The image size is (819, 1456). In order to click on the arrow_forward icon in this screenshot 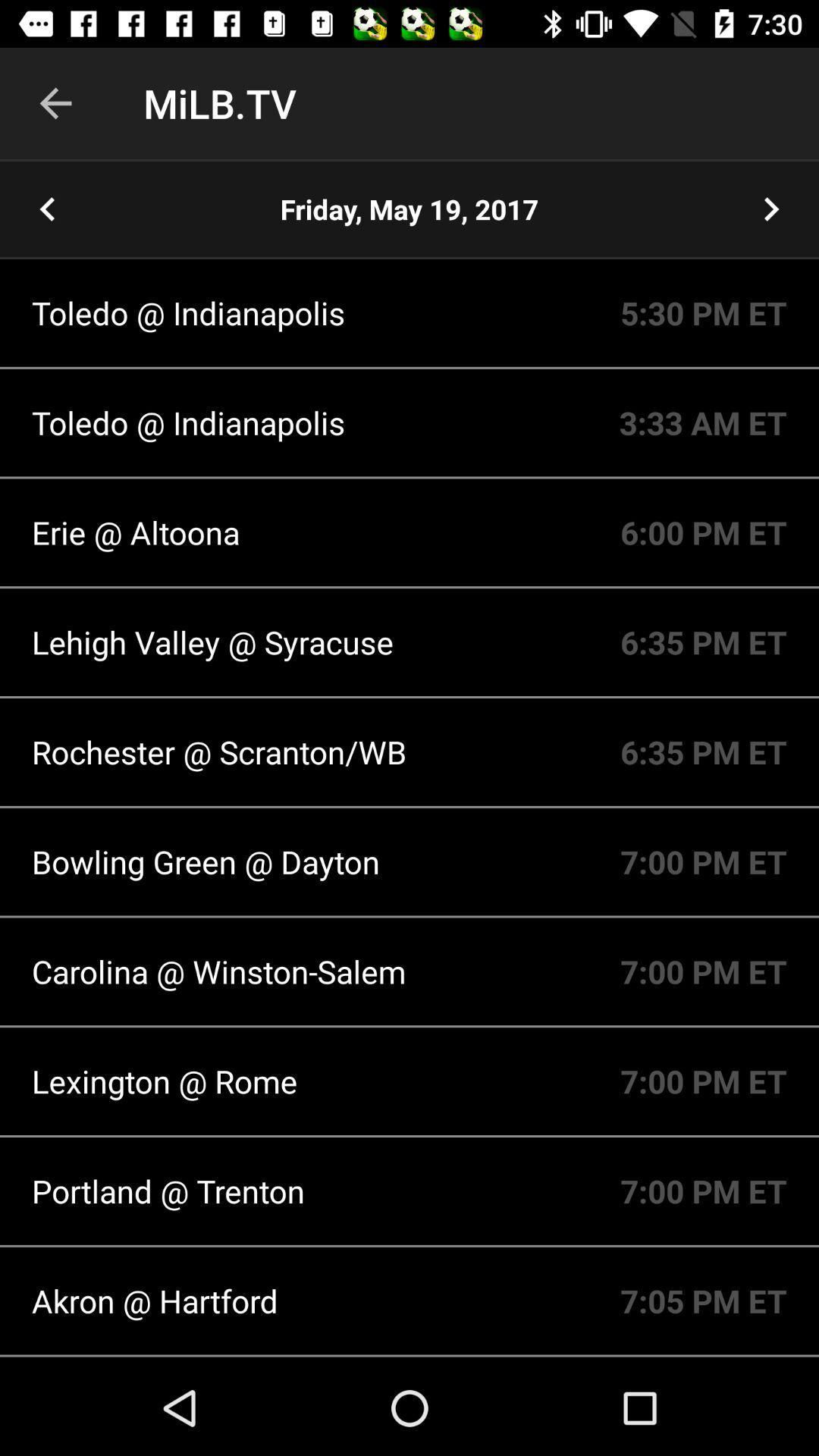, I will do `click(771, 208)`.